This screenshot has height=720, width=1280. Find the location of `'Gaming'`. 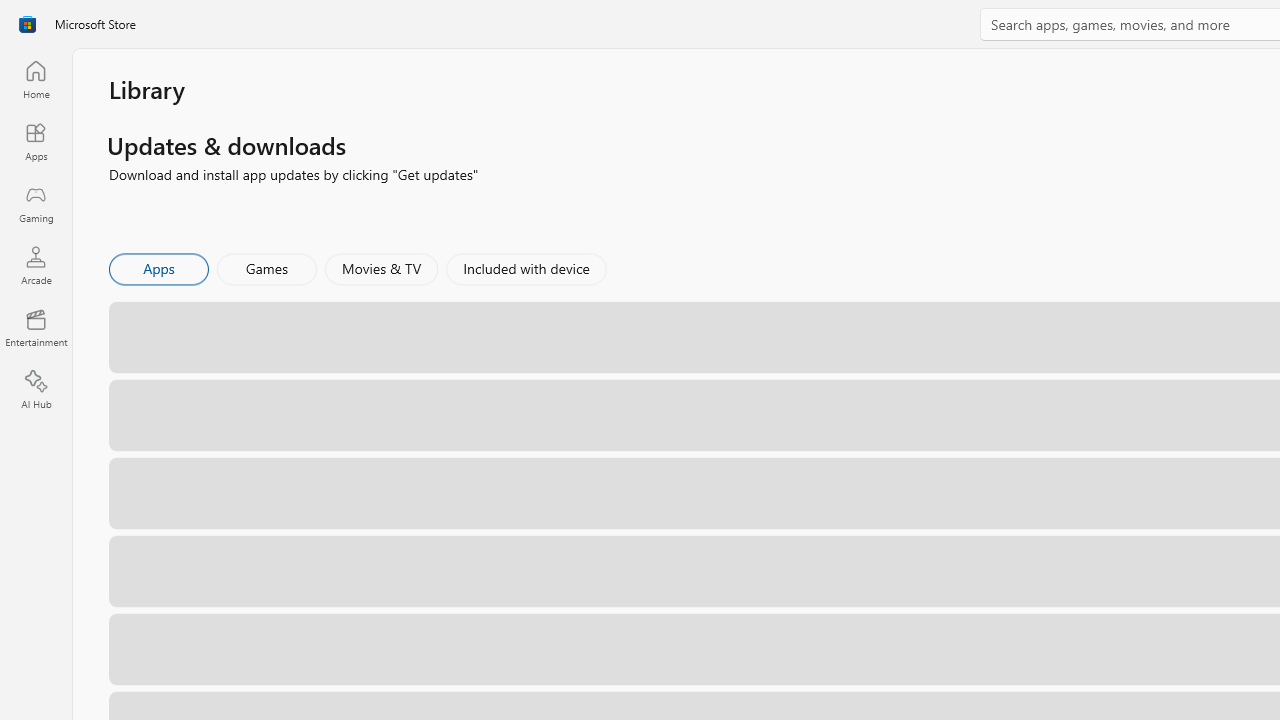

'Gaming' is located at coordinates (35, 203).